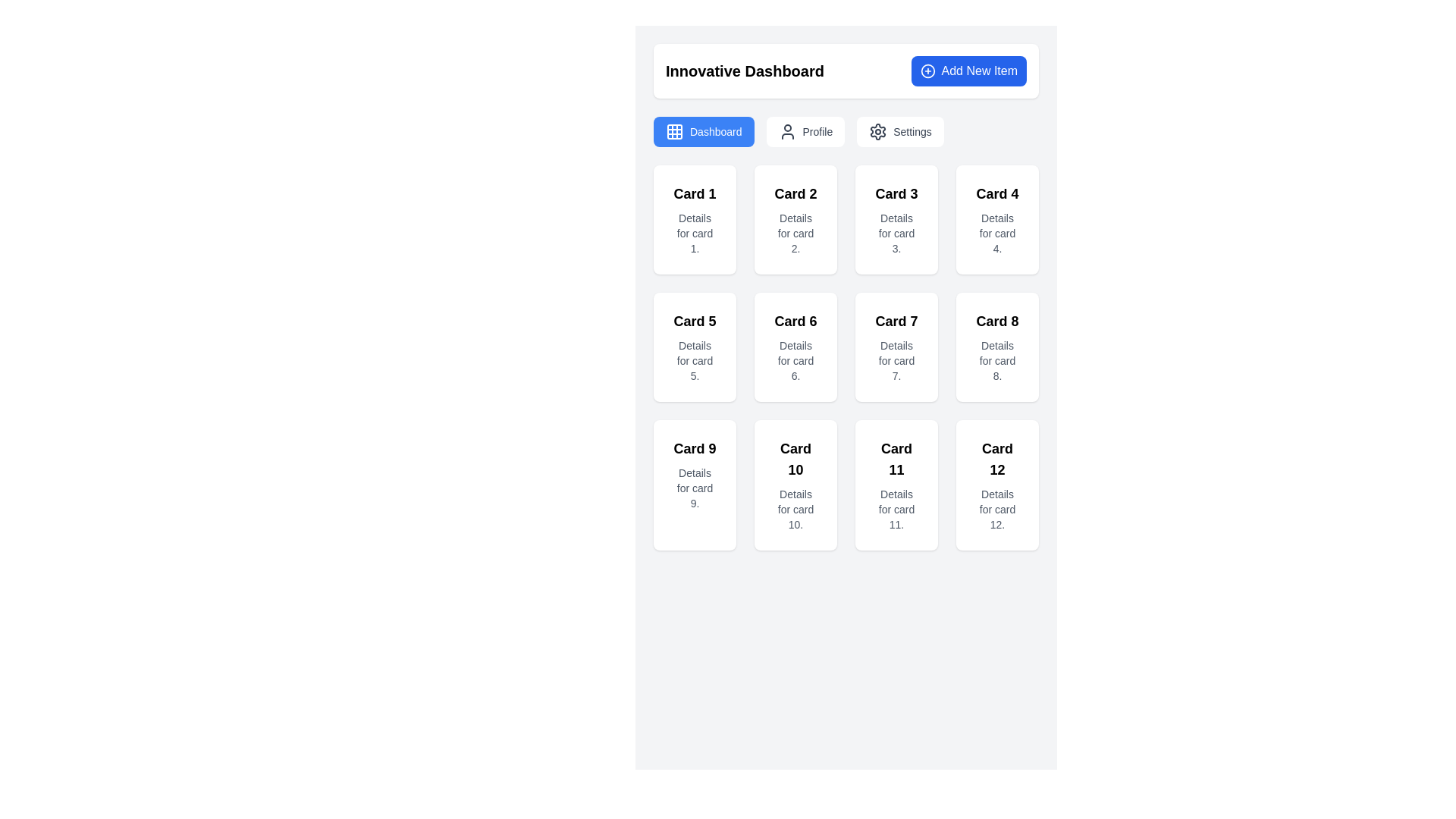 The height and width of the screenshot is (819, 1456). Describe the element at coordinates (997, 193) in the screenshot. I see `text label that serves as the title of the card identified as 'Card 4', located in the first row and fourth column of the grid layout` at that location.